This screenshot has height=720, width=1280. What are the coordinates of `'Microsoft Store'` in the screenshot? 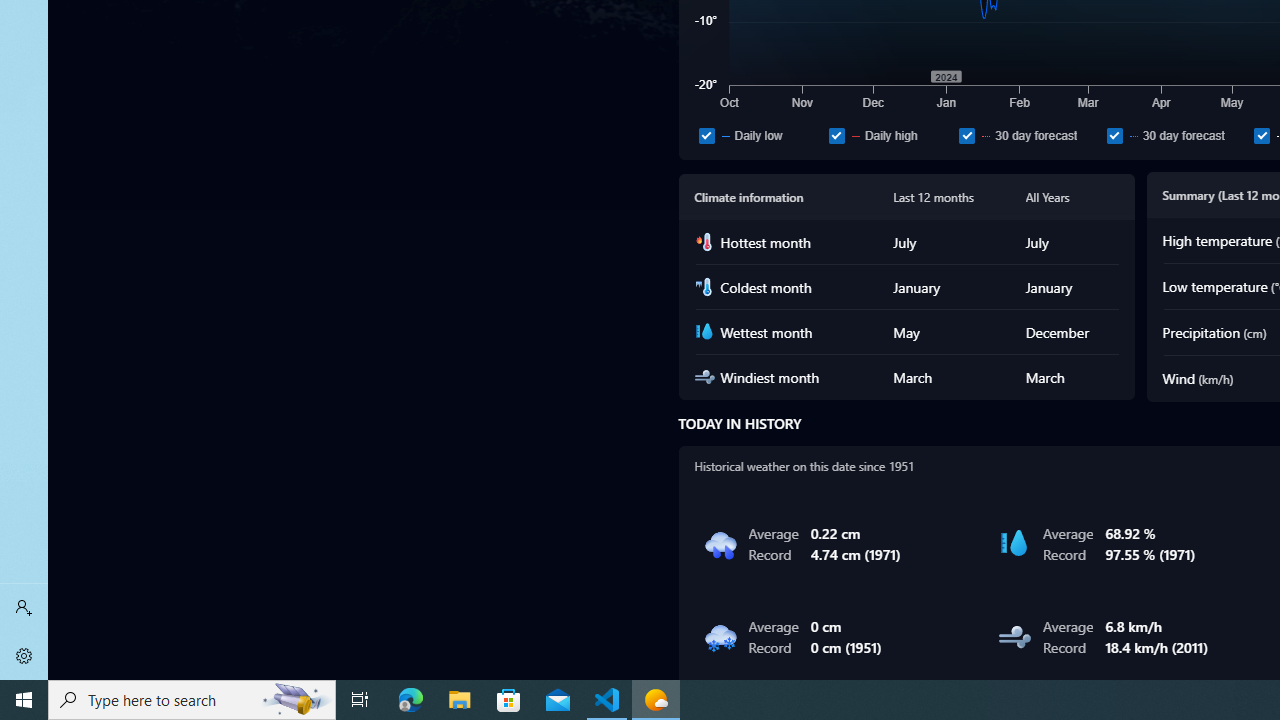 It's located at (509, 698).